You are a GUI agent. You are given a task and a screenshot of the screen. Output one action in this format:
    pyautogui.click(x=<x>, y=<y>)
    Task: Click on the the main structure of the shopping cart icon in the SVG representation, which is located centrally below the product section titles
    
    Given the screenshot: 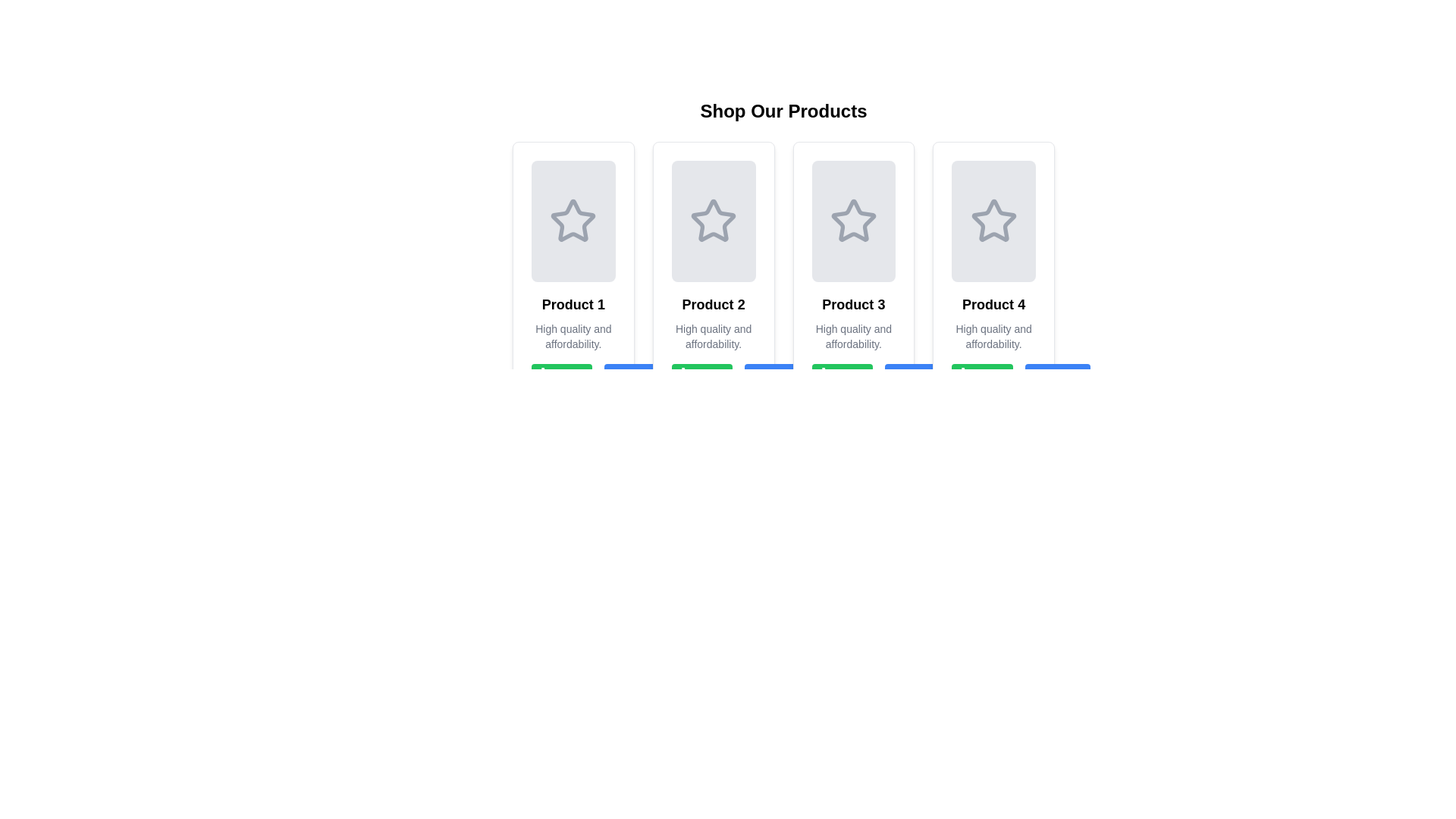 What is the action you would take?
    pyautogui.click(x=689, y=374)
    